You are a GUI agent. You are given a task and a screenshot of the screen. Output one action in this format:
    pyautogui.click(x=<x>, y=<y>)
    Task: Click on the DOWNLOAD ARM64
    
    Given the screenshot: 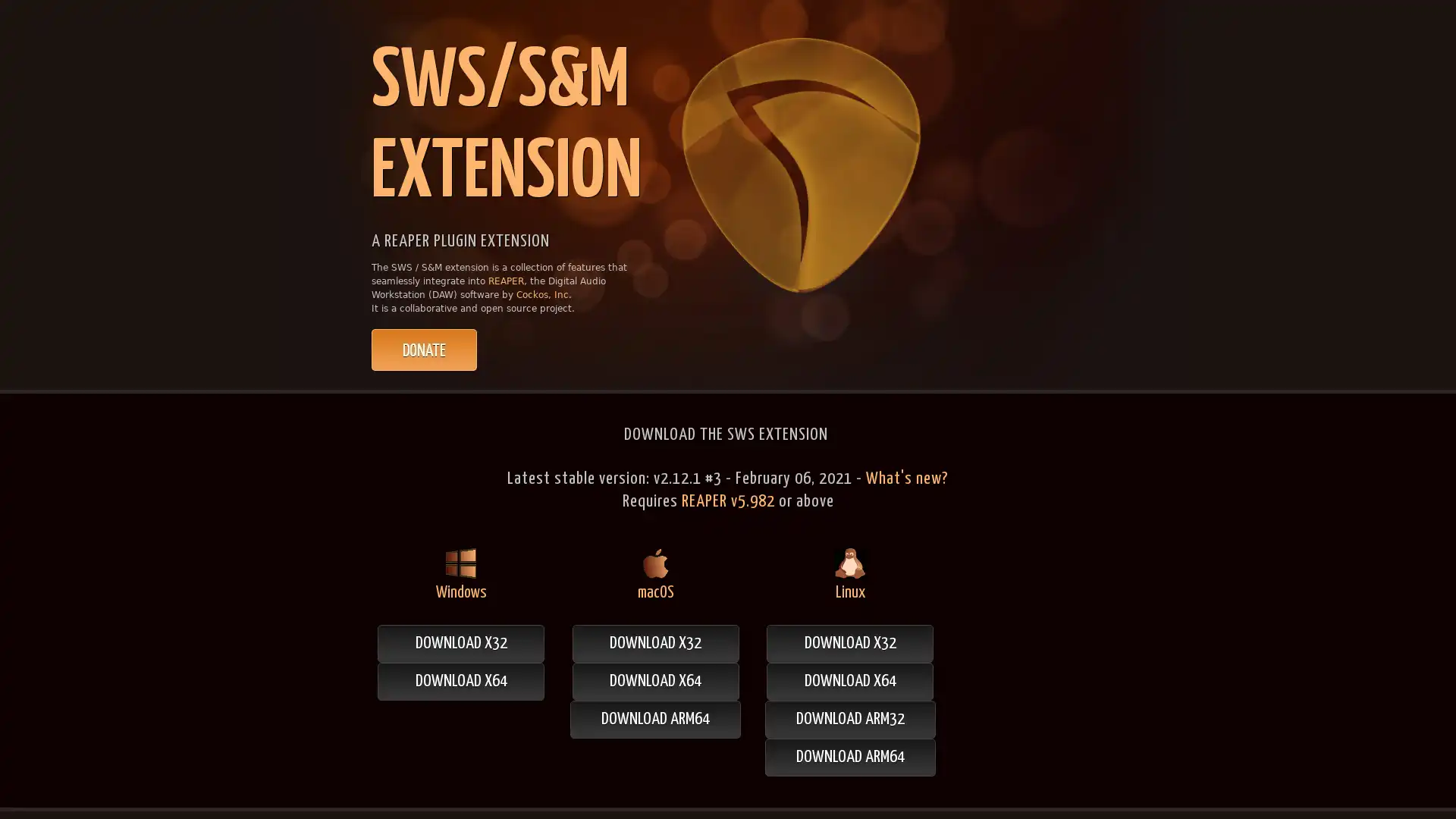 What is the action you would take?
    pyautogui.click(x=726, y=718)
    